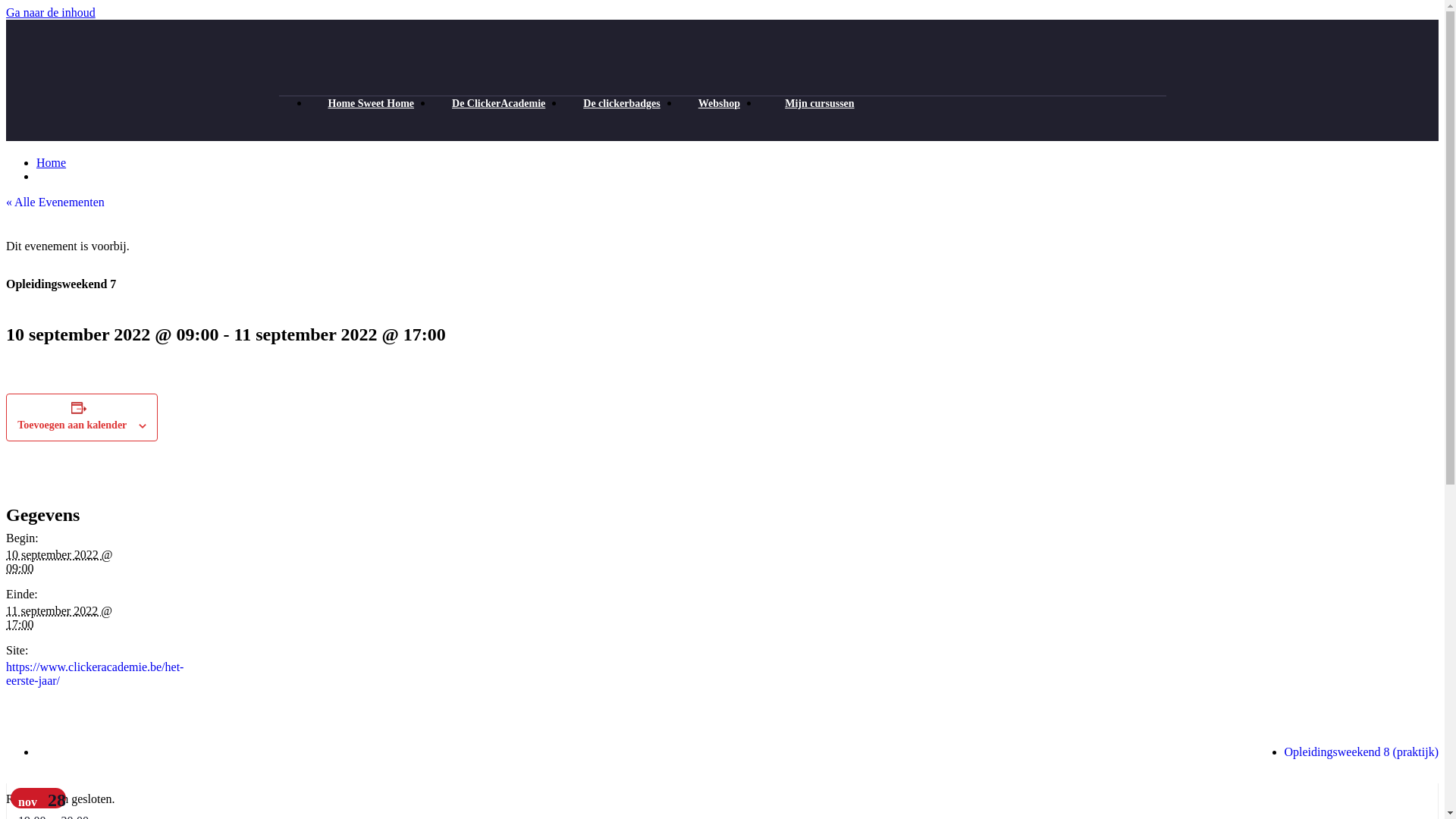 This screenshot has width=1456, height=819. I want to click on 'Opleidingsweekend 8 (praktijk)', so click(1361, 752).